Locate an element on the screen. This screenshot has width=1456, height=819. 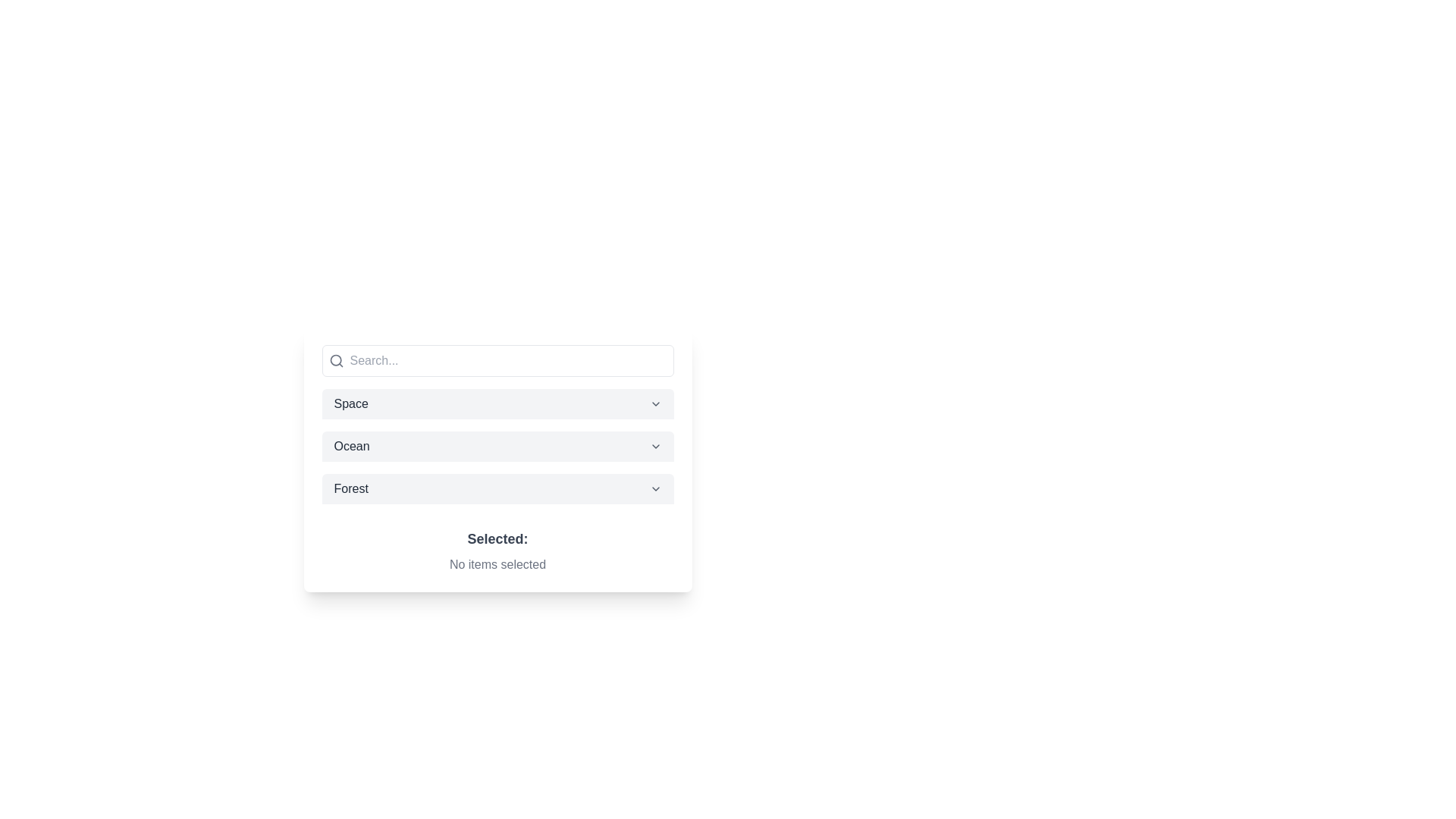
to focus on the Search Input Field located at the top of the list of items labeled 'Space', 'Ocean', and 'Forest' is located at coordinates (497, 360).